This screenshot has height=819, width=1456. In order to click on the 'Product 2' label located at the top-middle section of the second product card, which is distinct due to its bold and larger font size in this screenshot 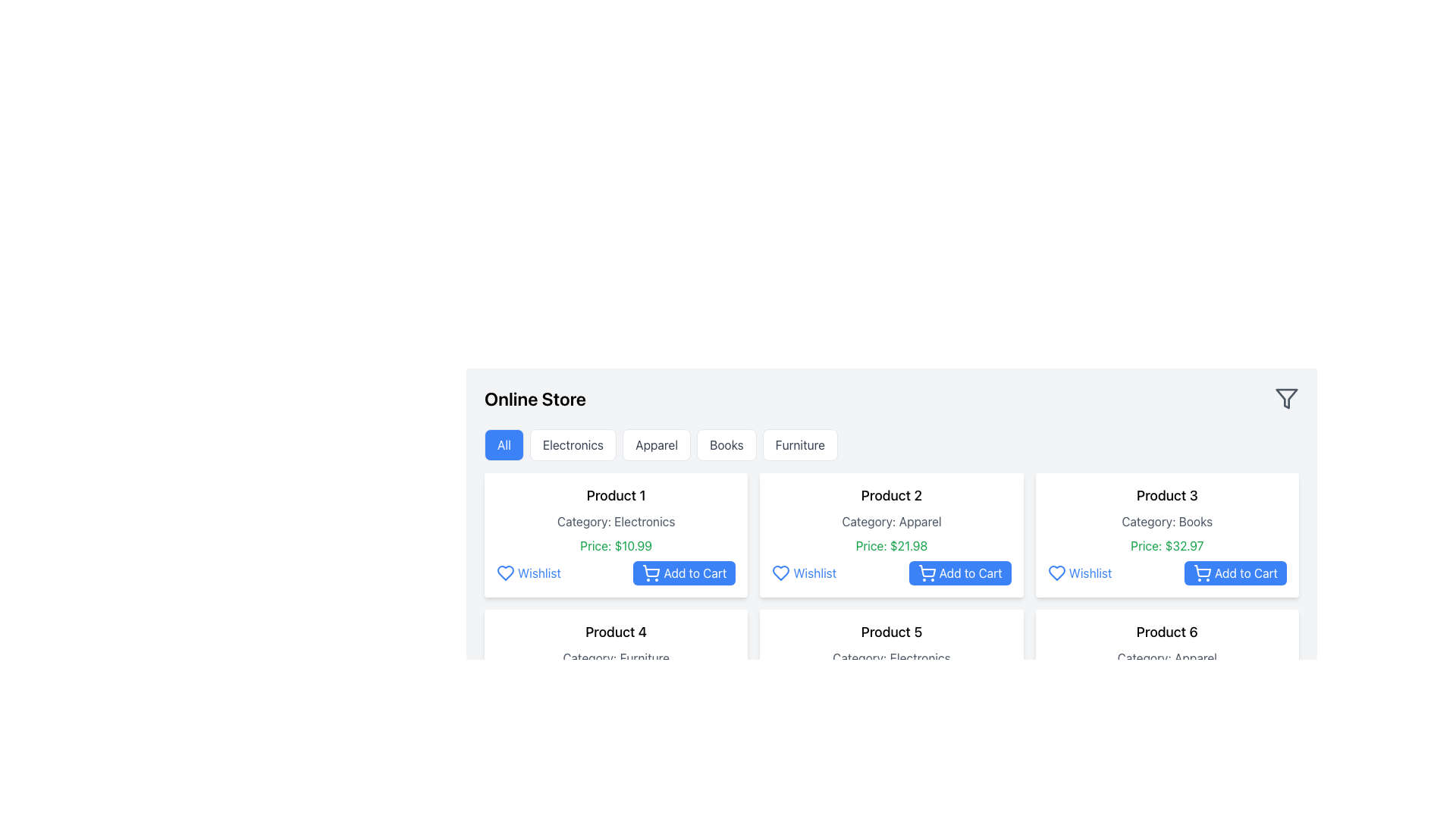, I will do `click(892, 496)`.